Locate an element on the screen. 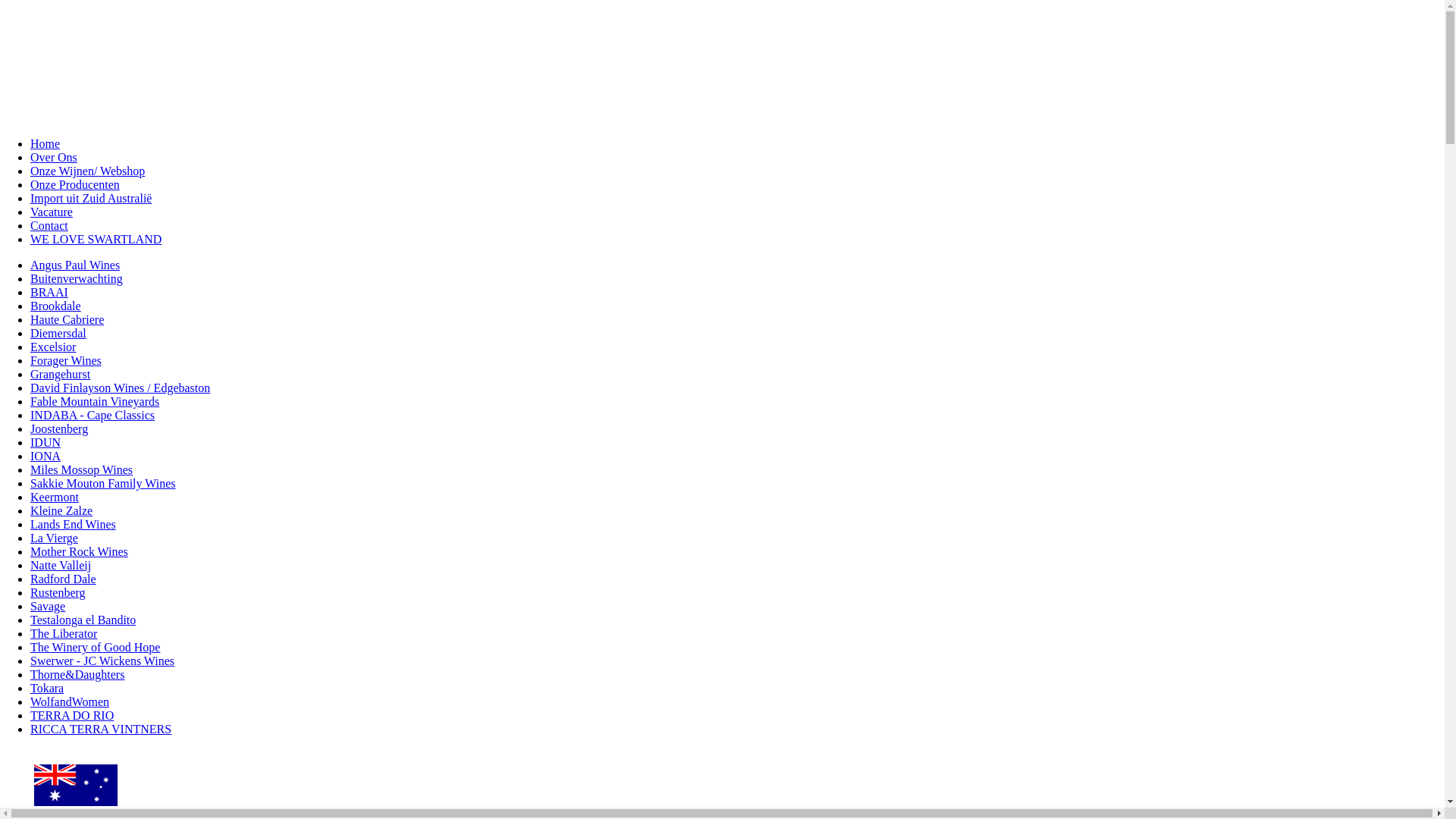 This screenshot has height=819, width=1456. 'Joostenberg' is located at coordinates (58, 428).